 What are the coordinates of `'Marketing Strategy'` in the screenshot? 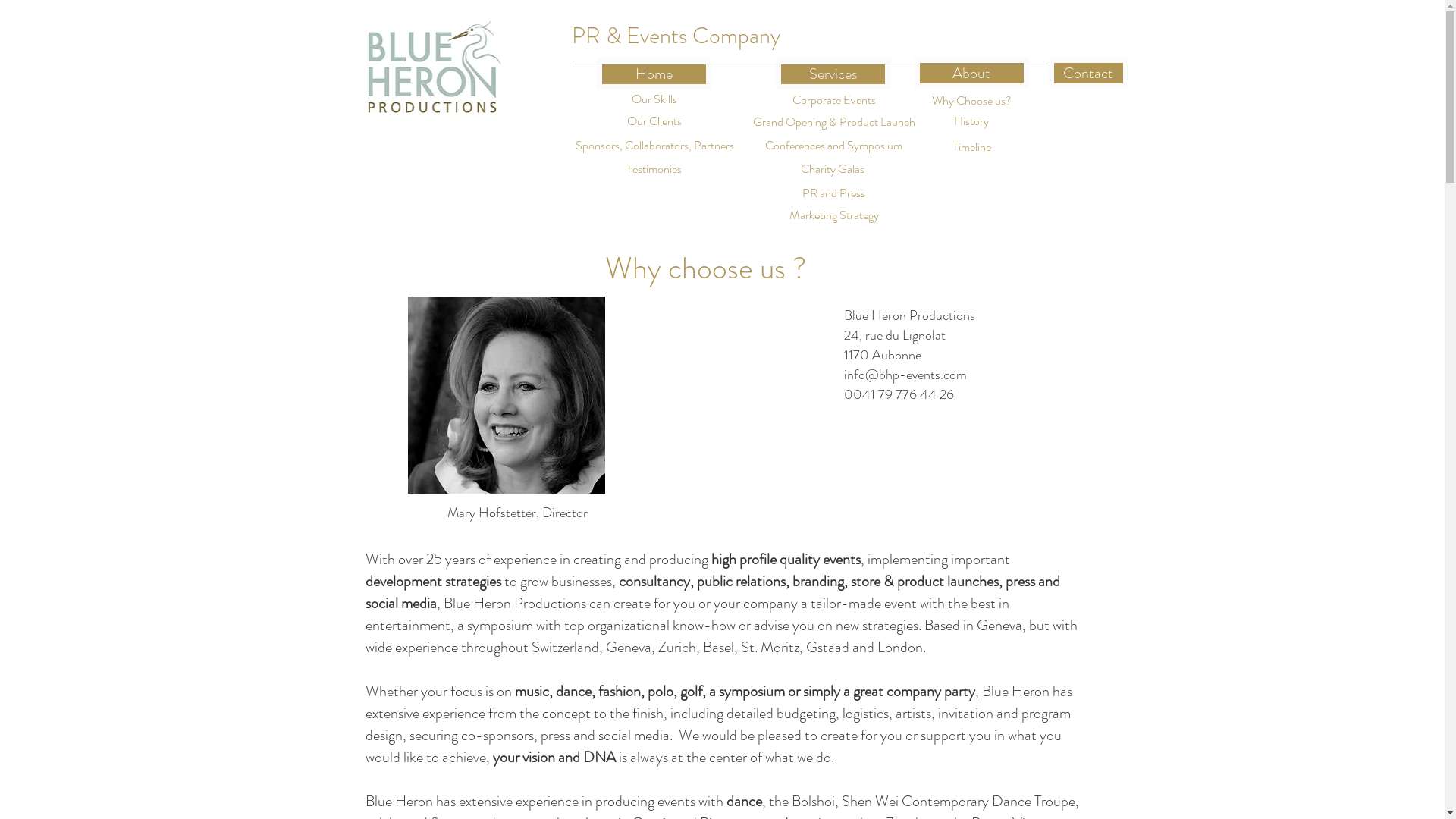 It's located at (833, 215).